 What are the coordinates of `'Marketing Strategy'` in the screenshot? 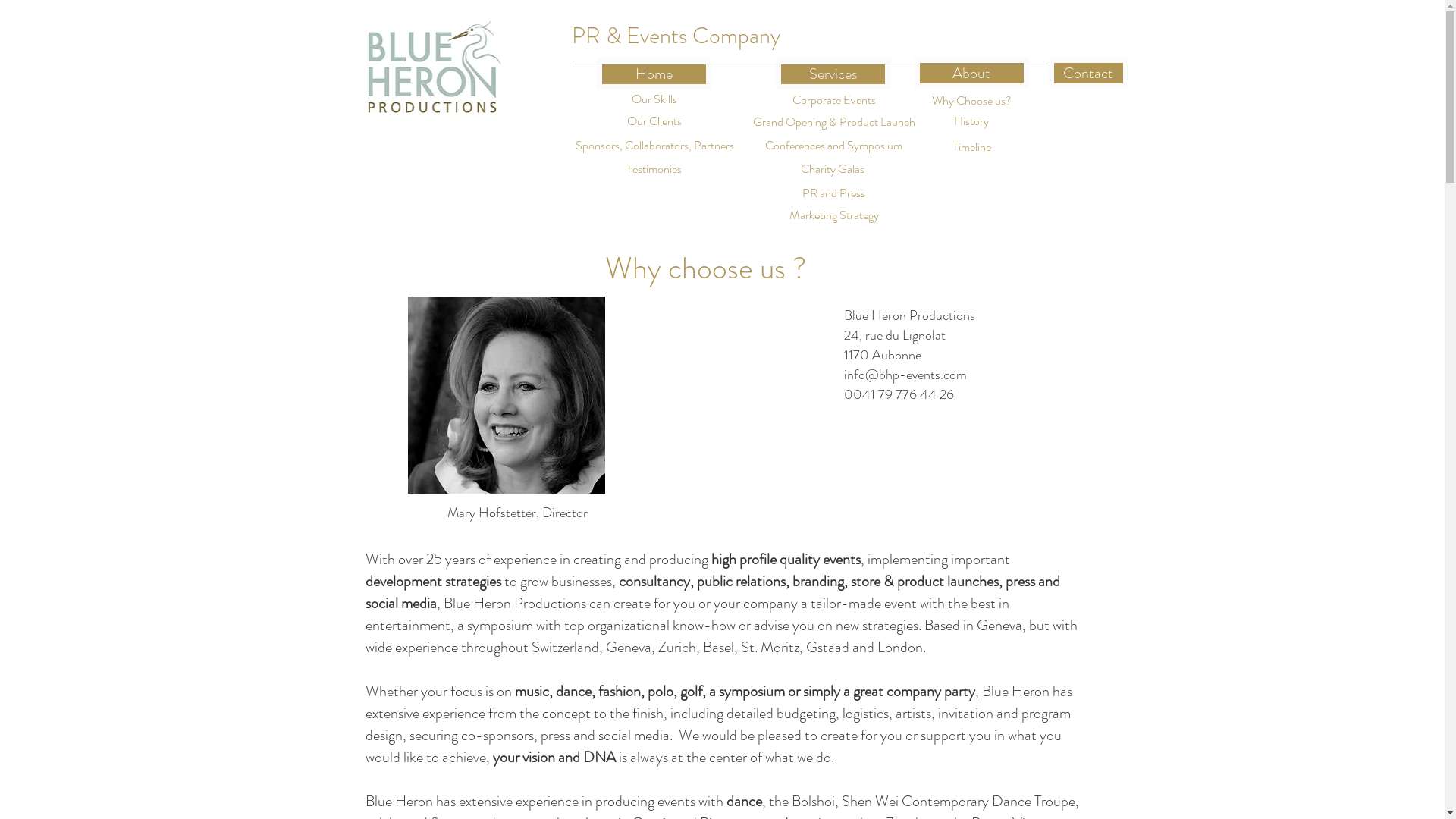 It's located at (833, 215).